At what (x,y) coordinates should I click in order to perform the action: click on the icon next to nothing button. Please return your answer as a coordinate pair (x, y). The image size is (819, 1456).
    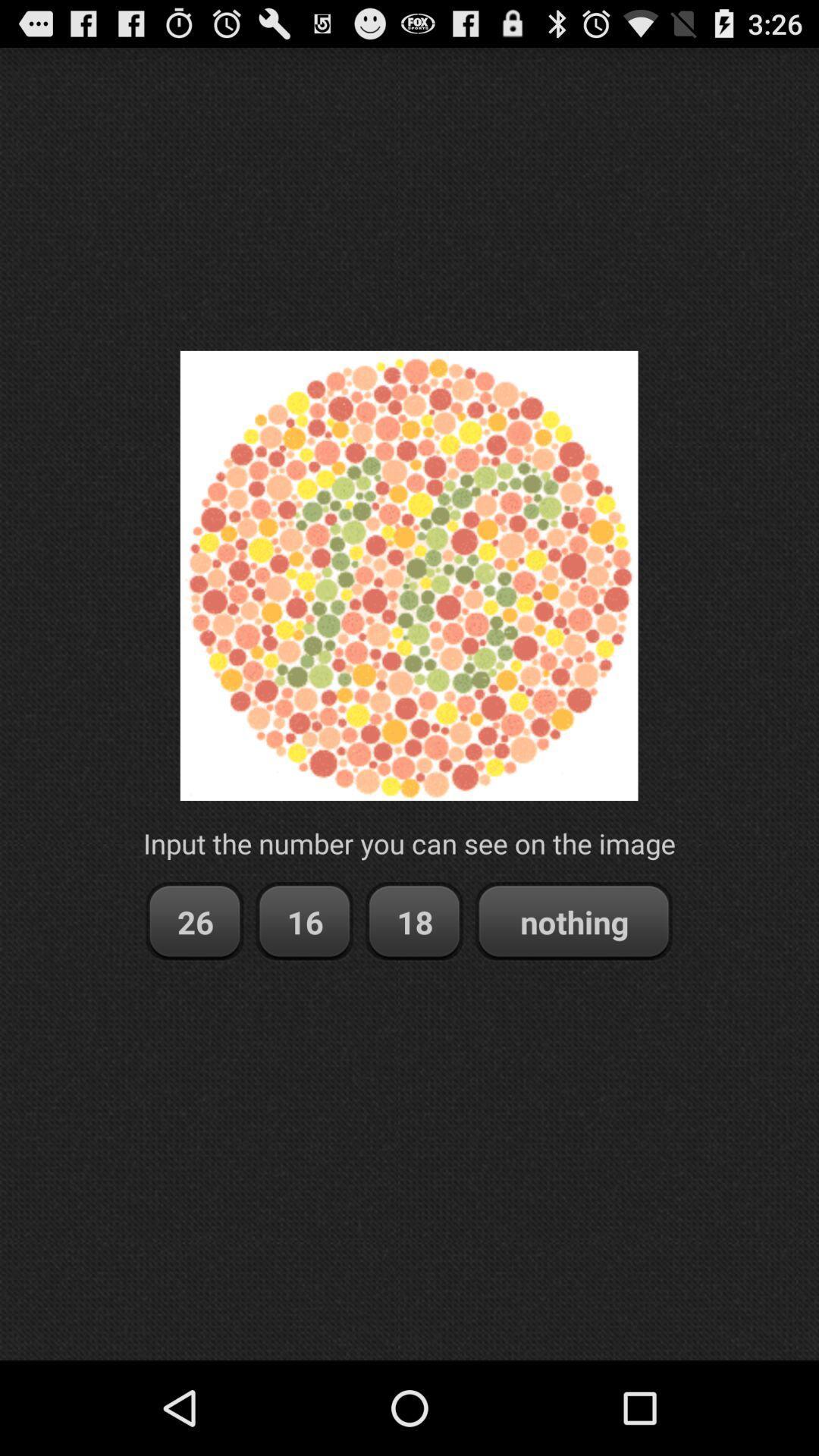
    Looking at the image, I should click on (414, 921).